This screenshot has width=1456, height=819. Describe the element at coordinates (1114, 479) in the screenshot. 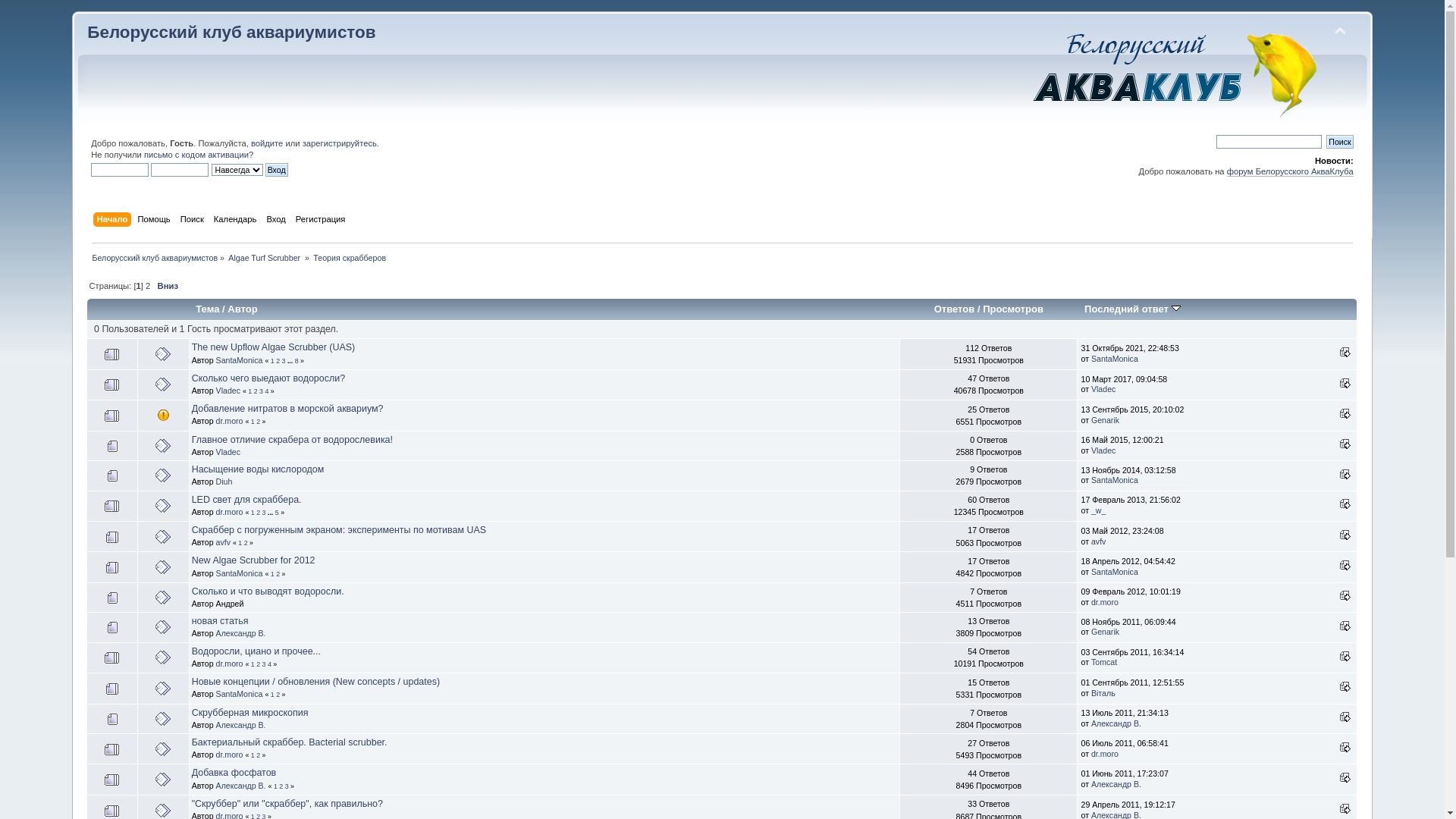

I see `'SantaMonica'` at that location.